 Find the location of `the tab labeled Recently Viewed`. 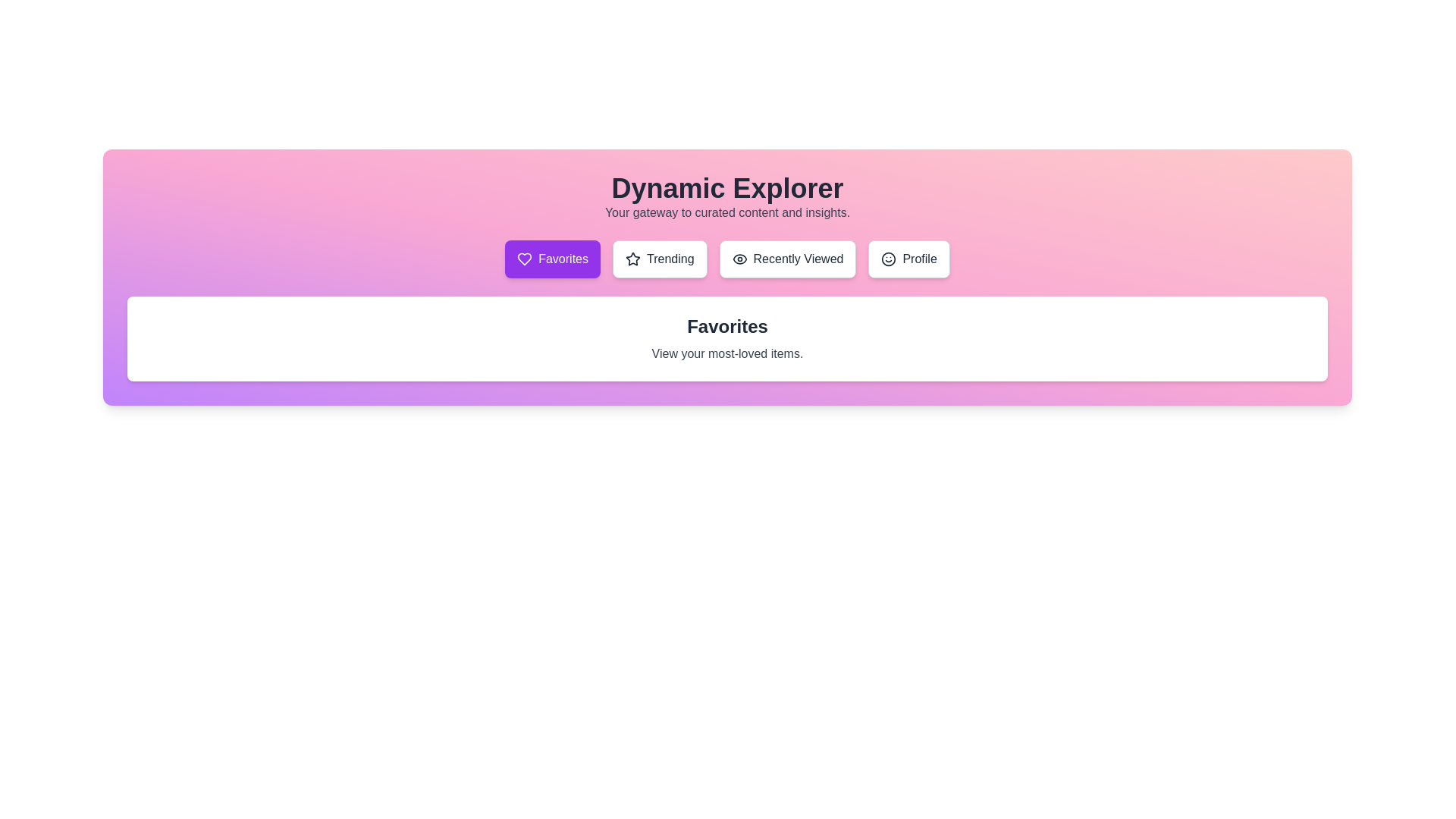

the tab labeled Recently Viewed is located at coordinates (787, 259).